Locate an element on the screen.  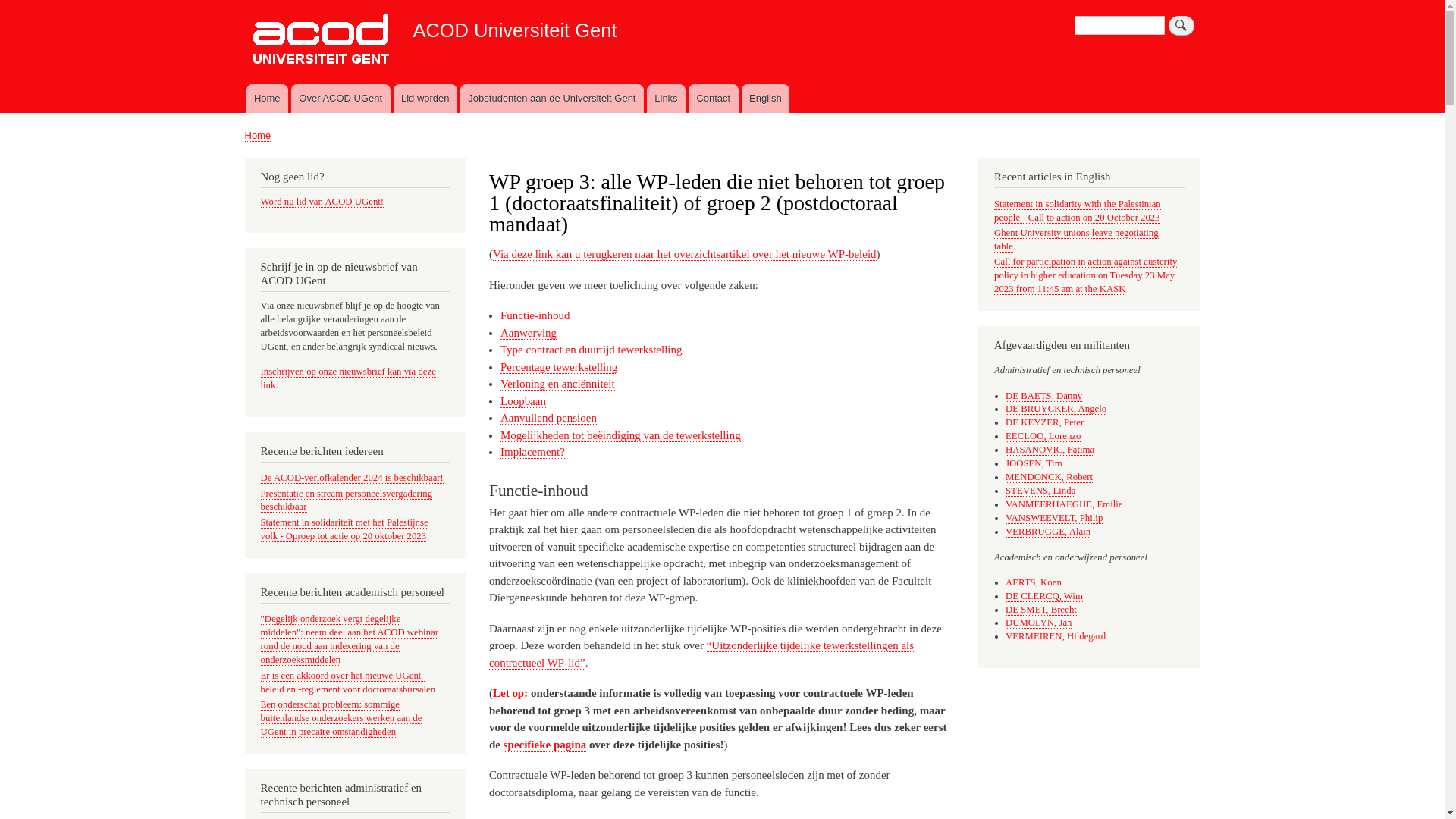
'specifieke pagina' is located at coordinates (544, 744).